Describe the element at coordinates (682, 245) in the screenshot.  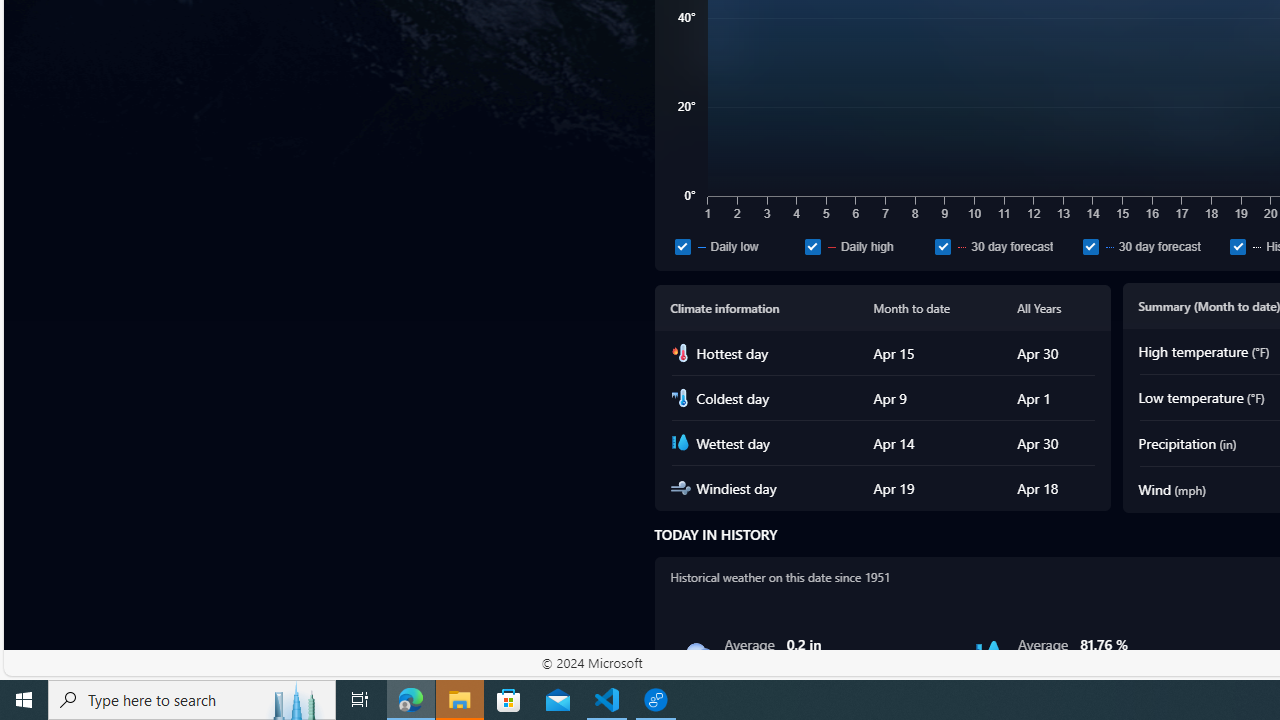
I see `'Daily low'` at that location.